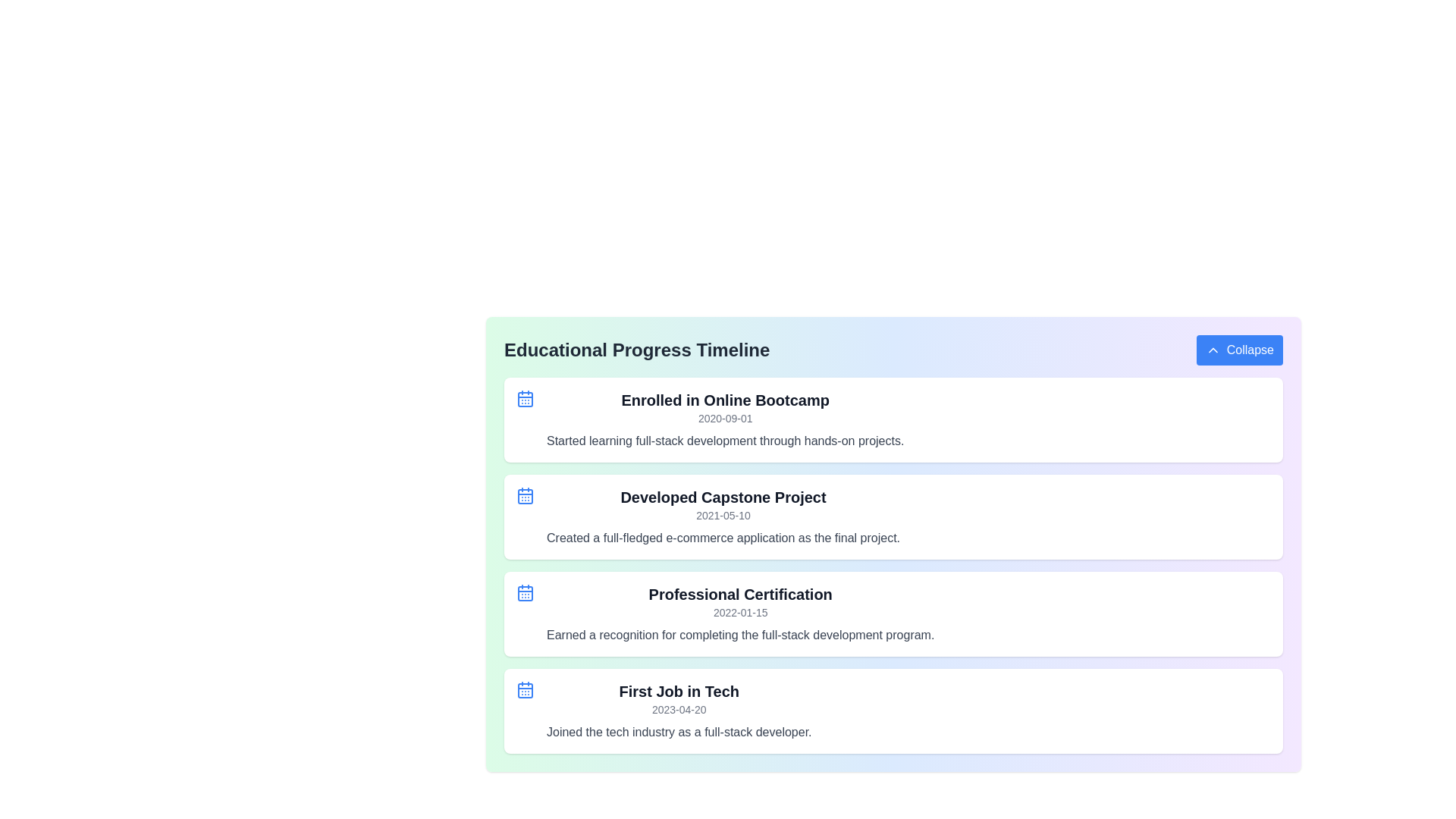  Describe the element at coordinates (893, 614) in the screenshot. I see `the third timeline item displaying the milestone information for 'Professional Certification' using keyboard navigation` at that location.